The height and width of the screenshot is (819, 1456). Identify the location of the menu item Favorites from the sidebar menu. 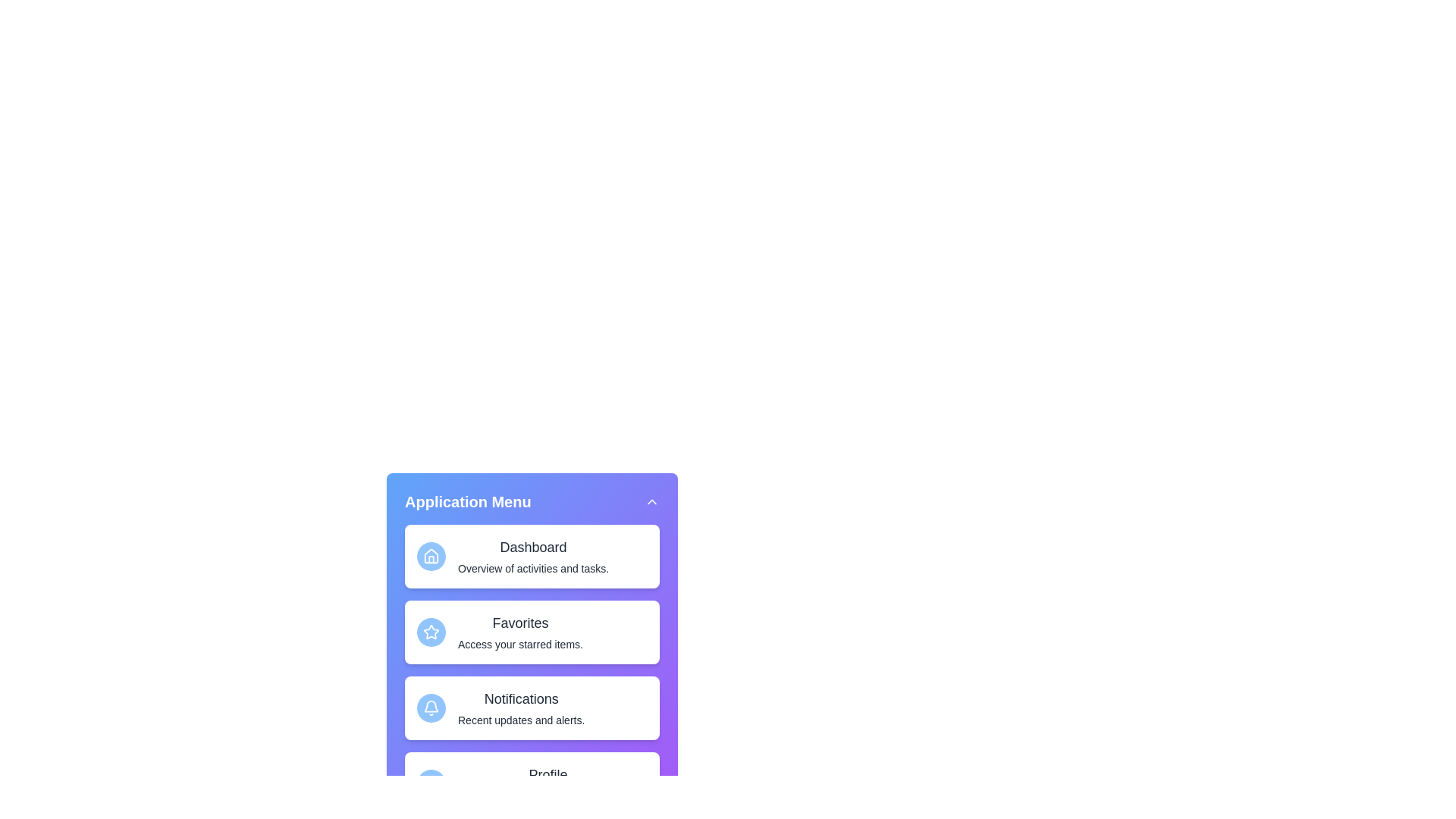
(532, 632).